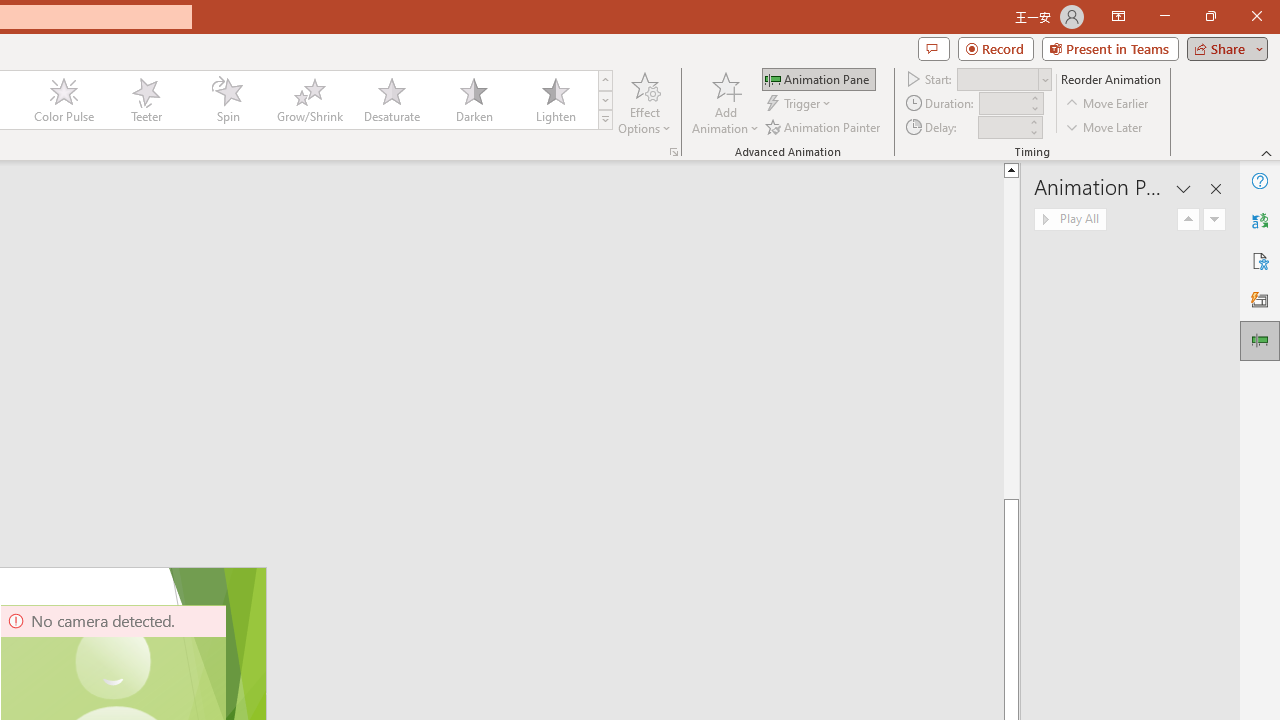  I want to click on 'Move Down', so click(1213, 219).